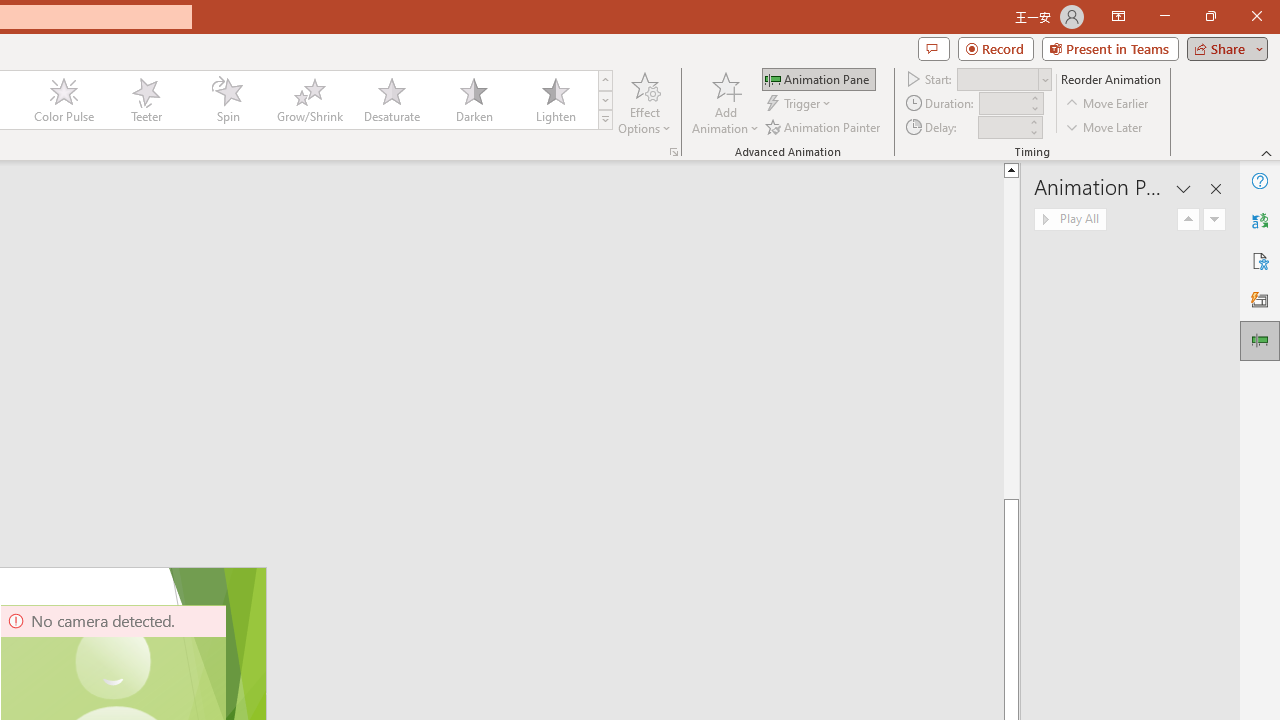  I want to click on 'Move Down', so click(1213, 219).